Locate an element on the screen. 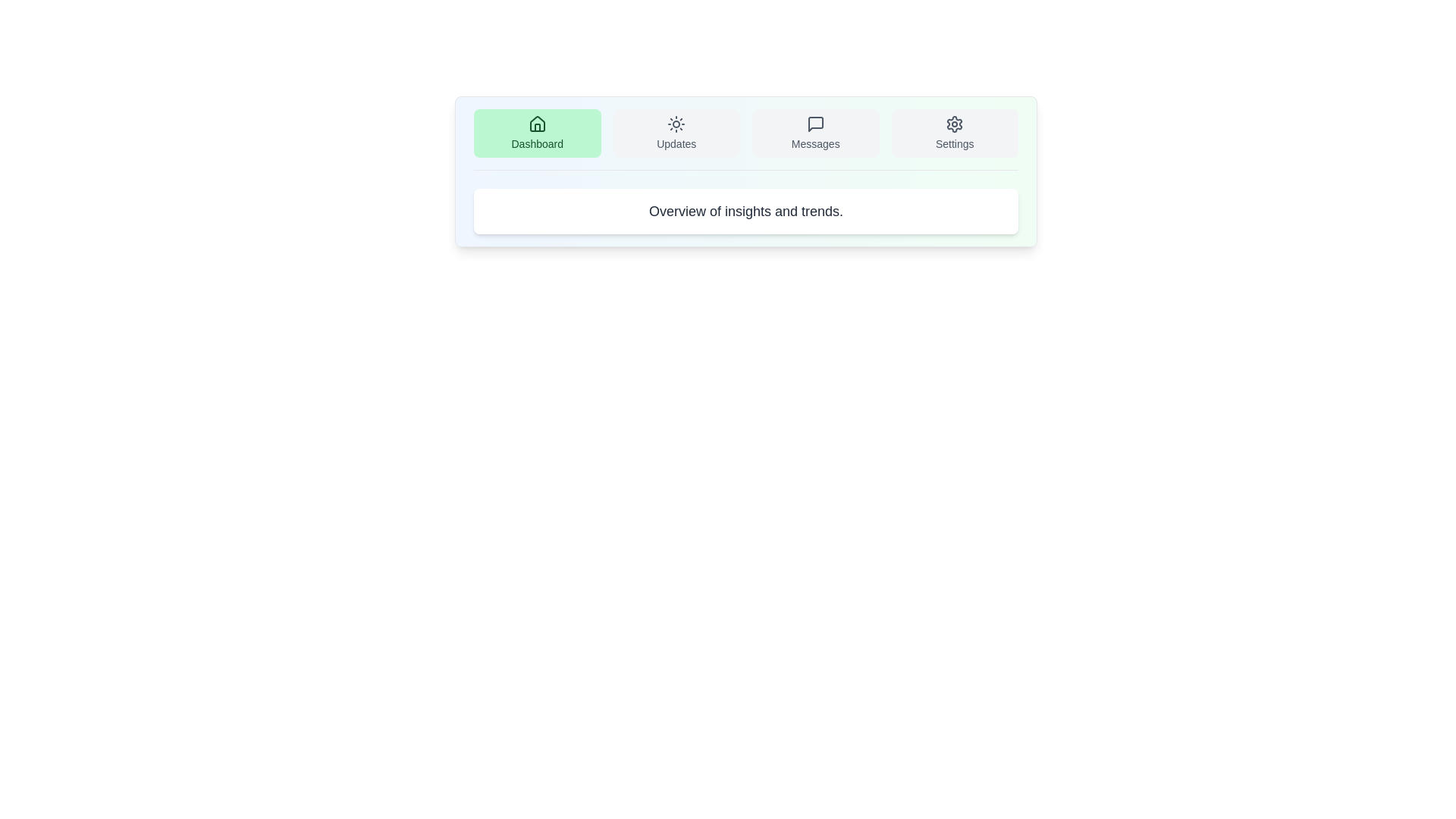 This screenshot has width=1456, height=819. the tab labeled Updates to observe the hover effect is located at coordinates (676, 133).